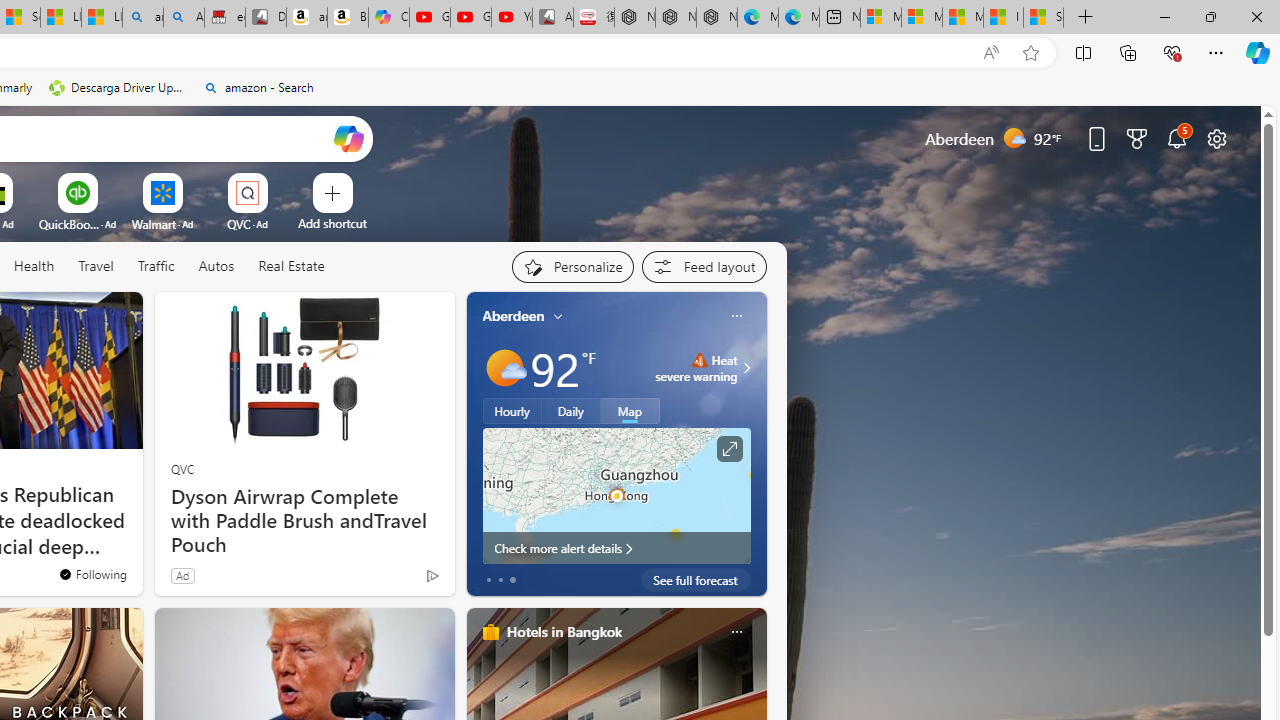 The height and width of the screenshot is (720, 1280). I want to click on 'Class: weather-arrow-glyph', so click(745, 367).